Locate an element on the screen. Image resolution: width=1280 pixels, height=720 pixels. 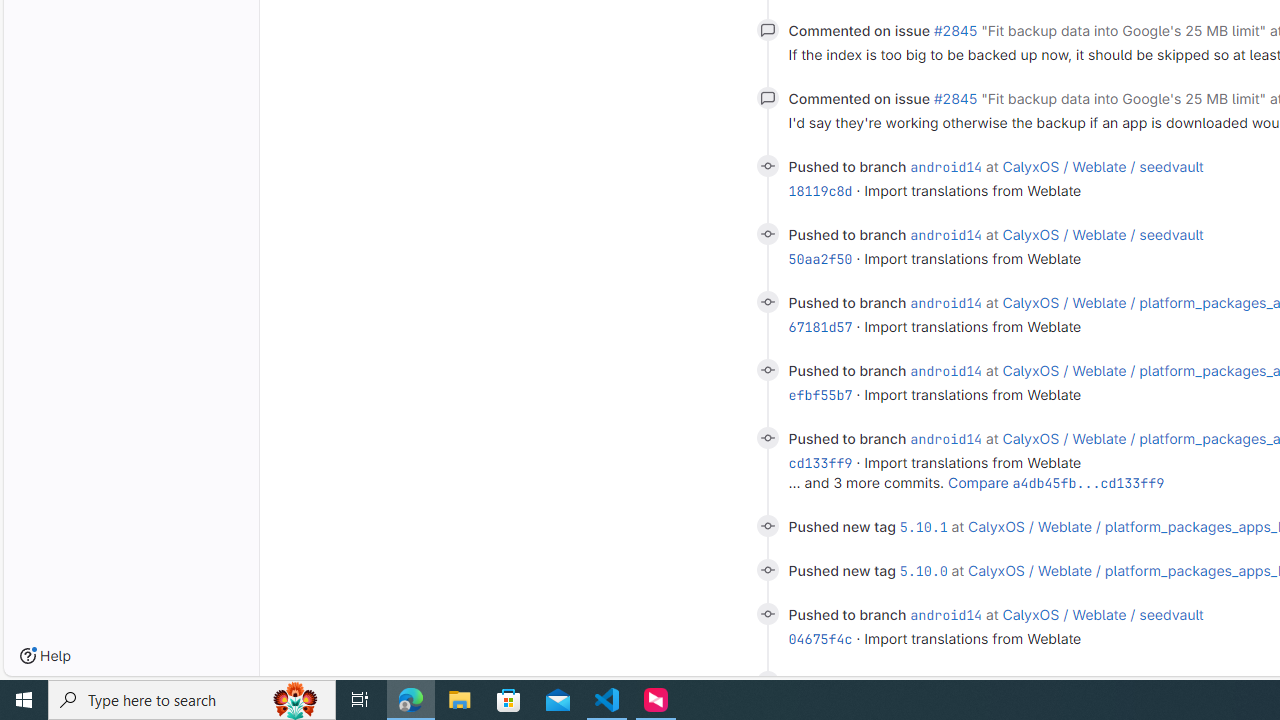
'Class: s14' is located at coordinates (766, 681).